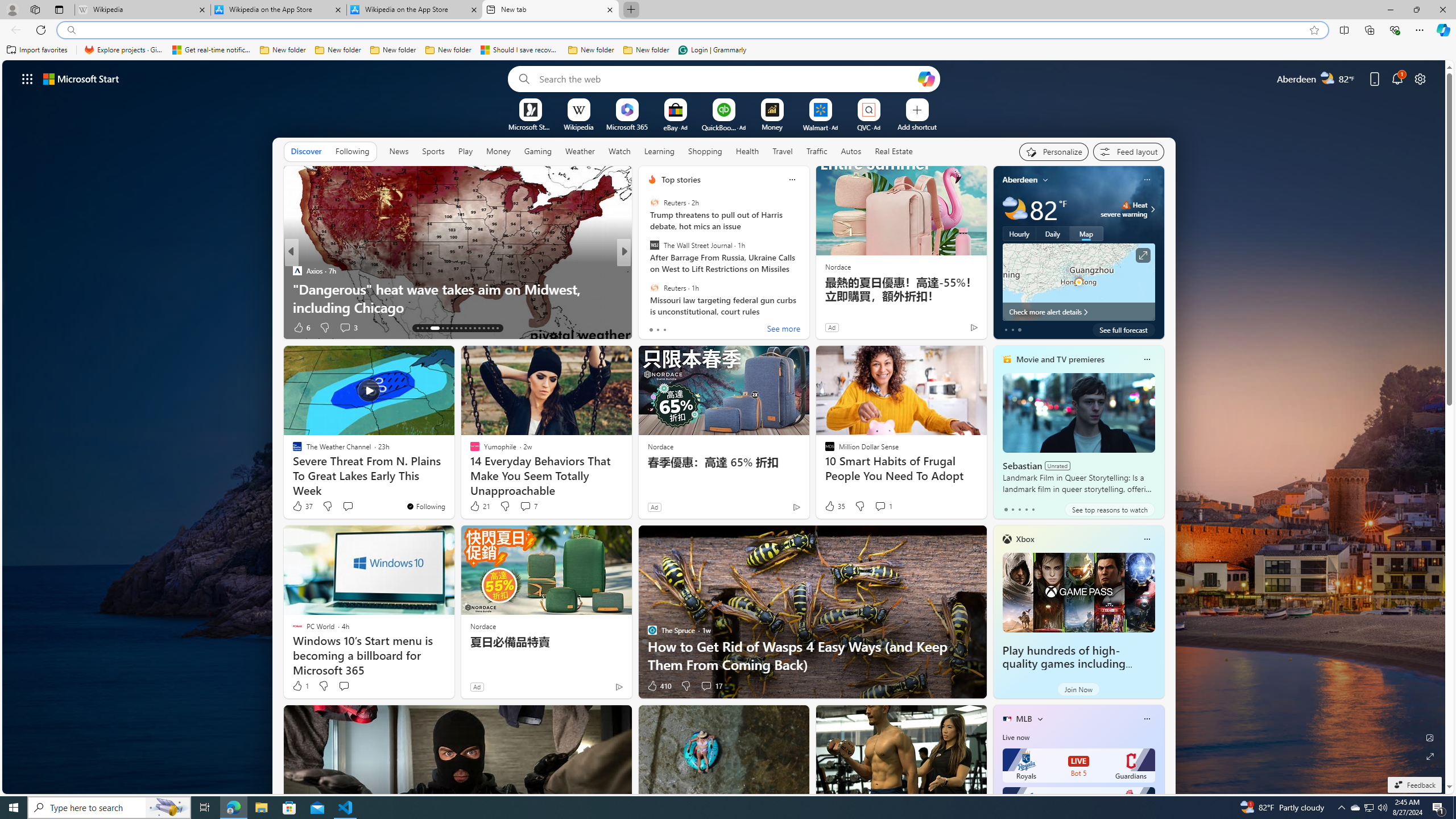 The image size is (1456, 819). I want to click on '100 Like', so click(655, 327).